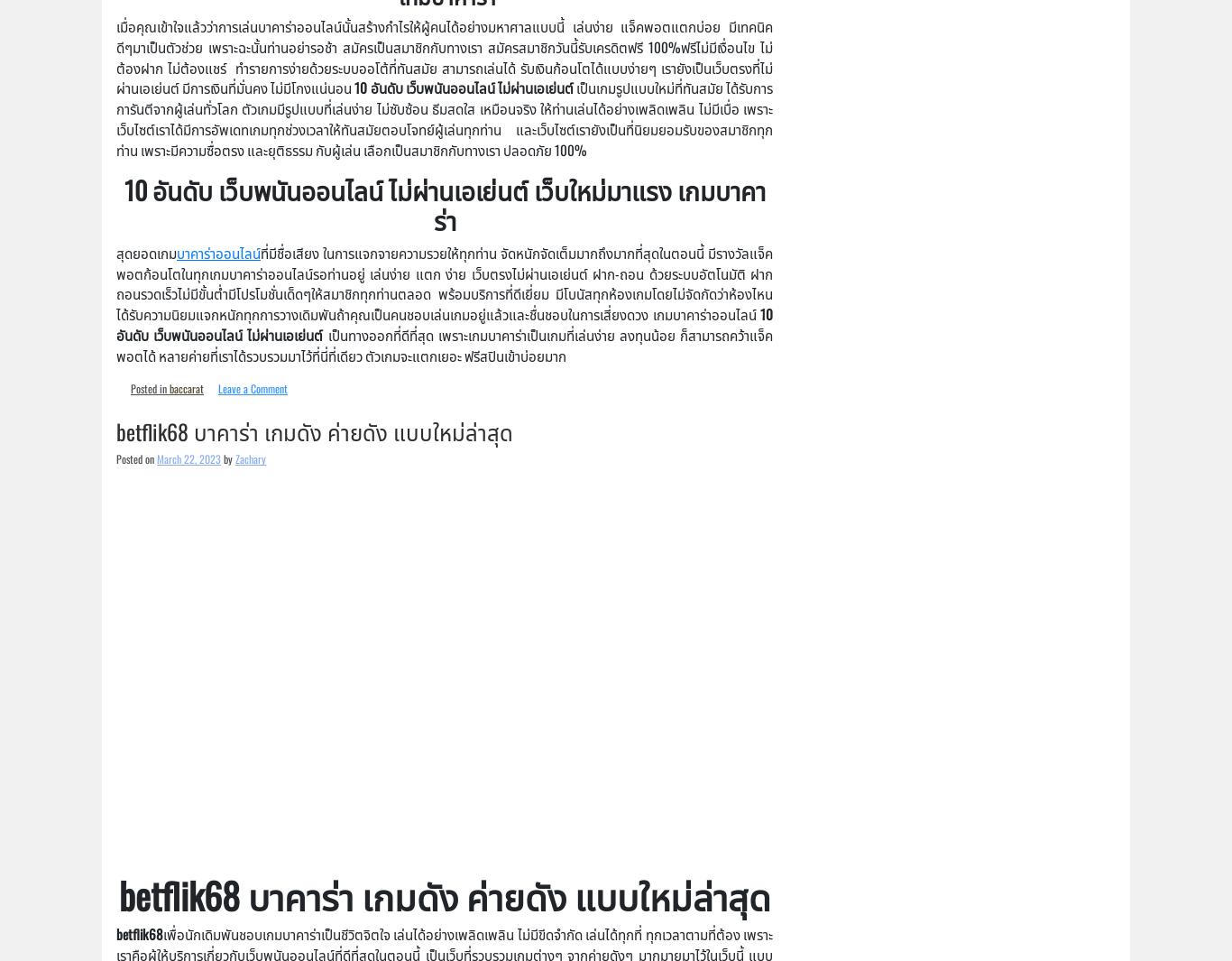  Describe the element at coordinates (115, 282) in the screenshot. I see `'ที่มีชื่อเสียง ในการแจกจายความรวยให้ทุกท่าน จัดหนักจัดเต็มมากถึงมากที่สุดในตอนนี้ มีรางวัลแจ็คพอตก้อนโตในทุกเกมบาคาร่าออนไลน์รอท่านอยู่ เล่นง่าย แตก ง่าย เว็บตรงไม่ผ่านเอเย่นต์ ฝาก-ถอน ด้วยระบบอัตโนมัติ ฝากถอนรวดเร็วไม่มีขั้นต่ำมีโปรโมชั่นเด็ดๆให้สมาชิกทุกท่านตลอด พร้อมบริการที่ดีเยี่ยม มีโบนัสทุกห้องเกมโดยไม่จัดกัดว่าห้องไหนได้รับความนิยมแจกหนักทุกการวางเดิมพันถ้าคุณเป็นคนชอบเล่นเกมอยู่แล้วและชื่นชอบในการเสี่ยงดวง เกมบาคาร่าออนไลน์'` at that location.